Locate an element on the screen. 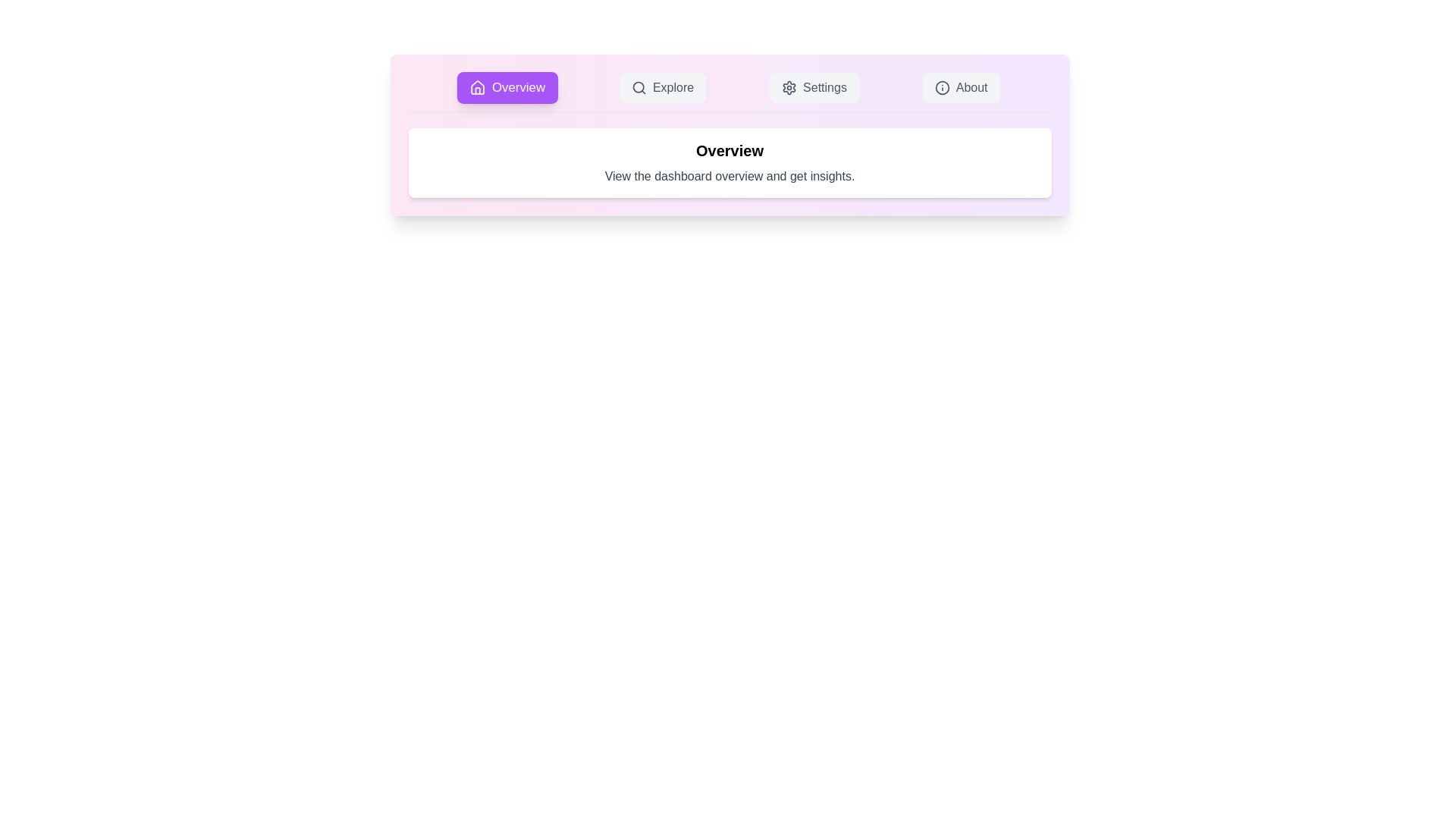  the Explore tab to view its content is located at coordinates (662, 87).